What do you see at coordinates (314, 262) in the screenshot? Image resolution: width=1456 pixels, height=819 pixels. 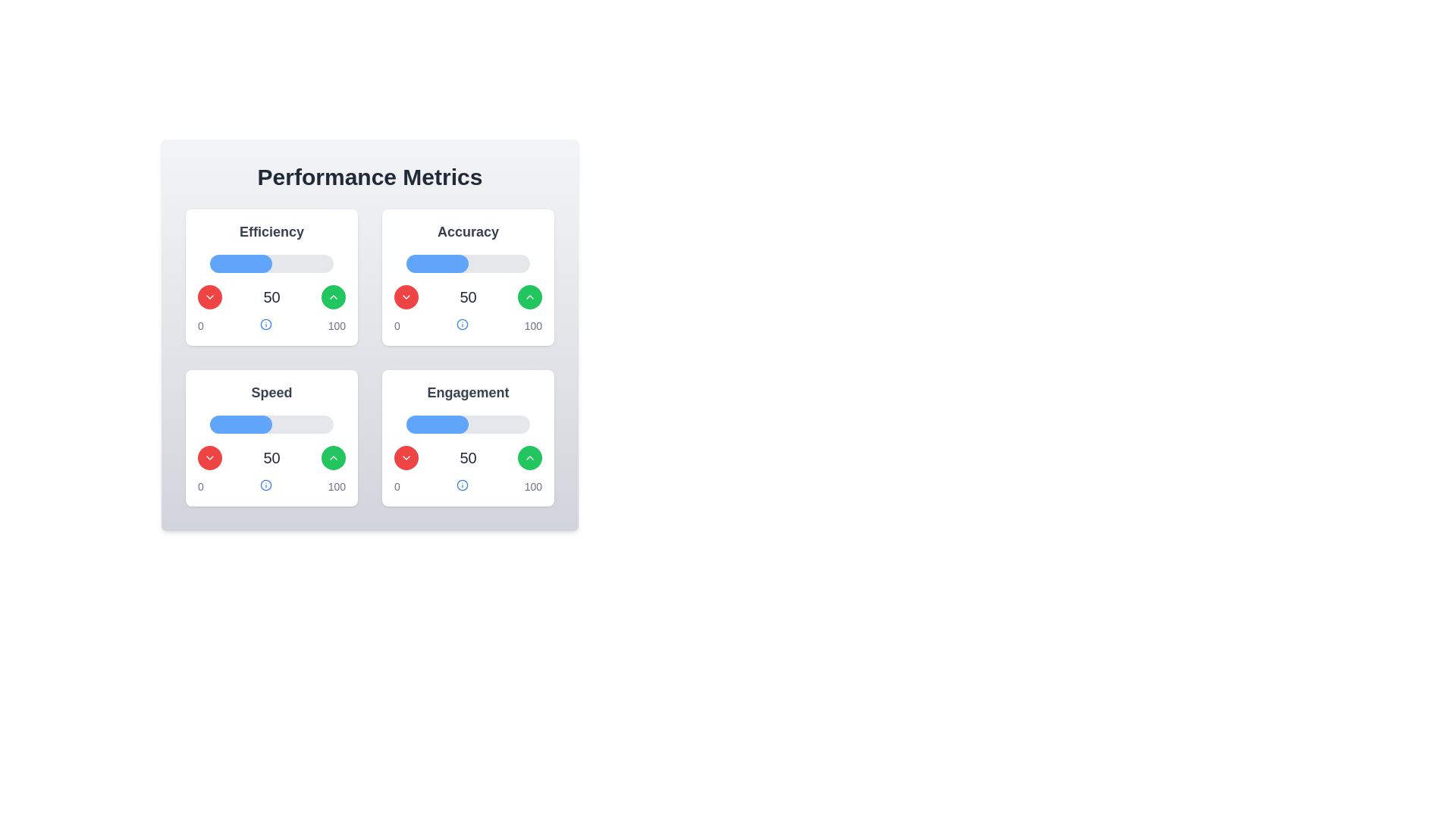 I see `the efficiency value` at bounding box center [314, 262].